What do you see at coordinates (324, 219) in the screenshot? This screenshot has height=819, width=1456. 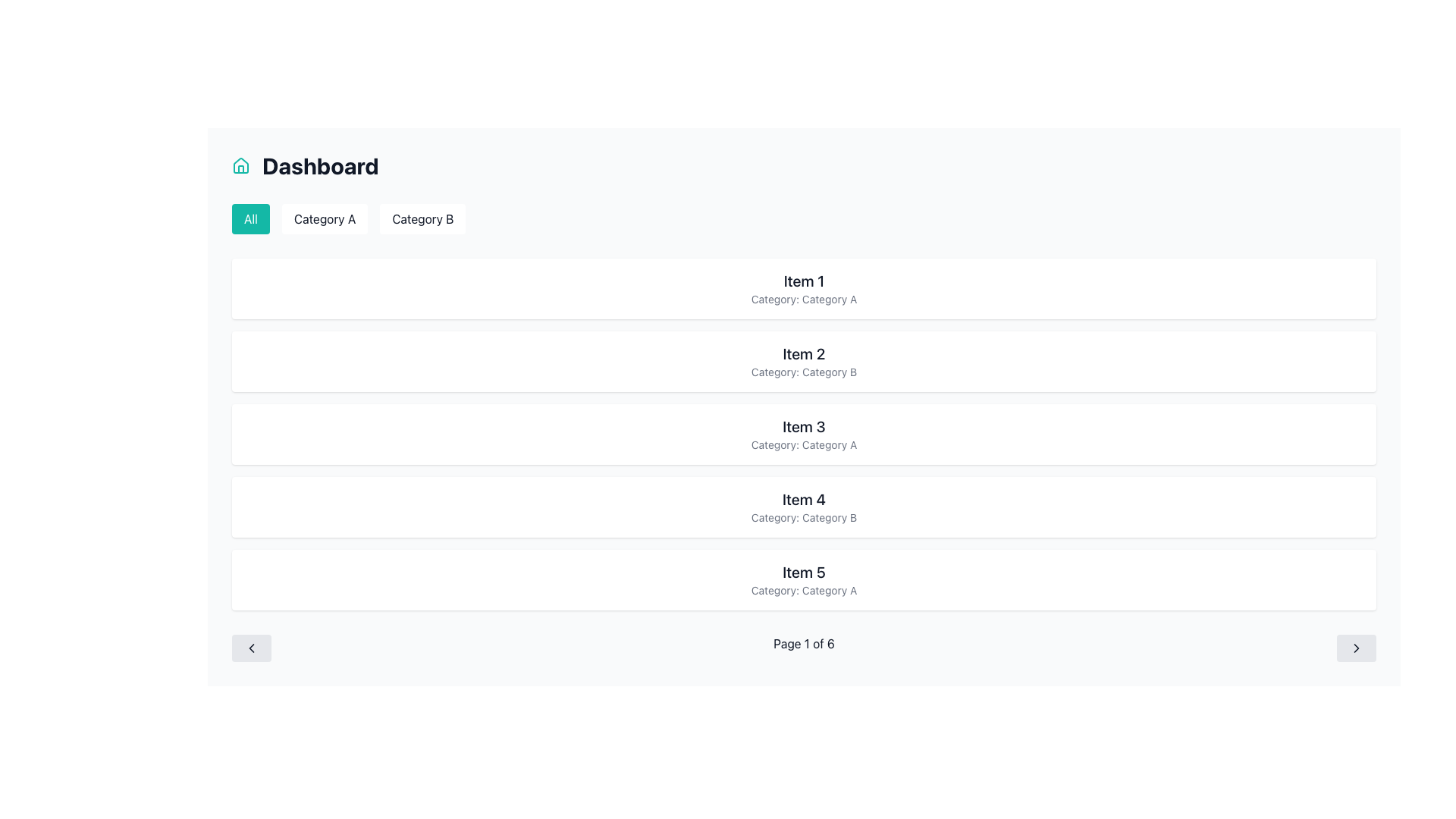 I see `the 'Category A' filter button, which is the second button in a horizontal group of three buttons labeled 'All', 'Category A', and 'Category B', located below the 'Dashboard' header` at bounding box center [324, 219].